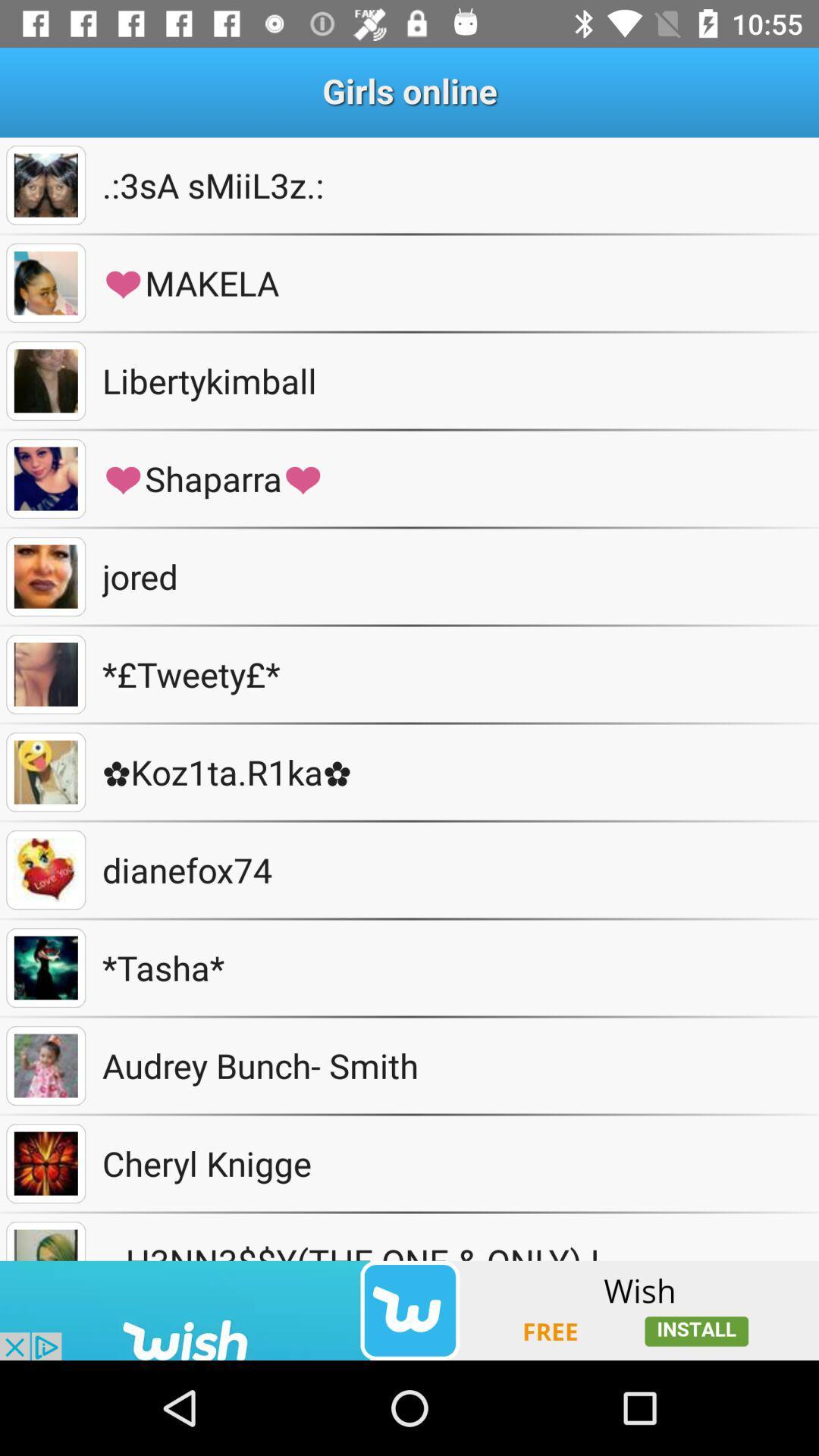  What do you see at coordinates (45, 576) in the screenshot?
I see `online button` at bounding box center [45, 576].